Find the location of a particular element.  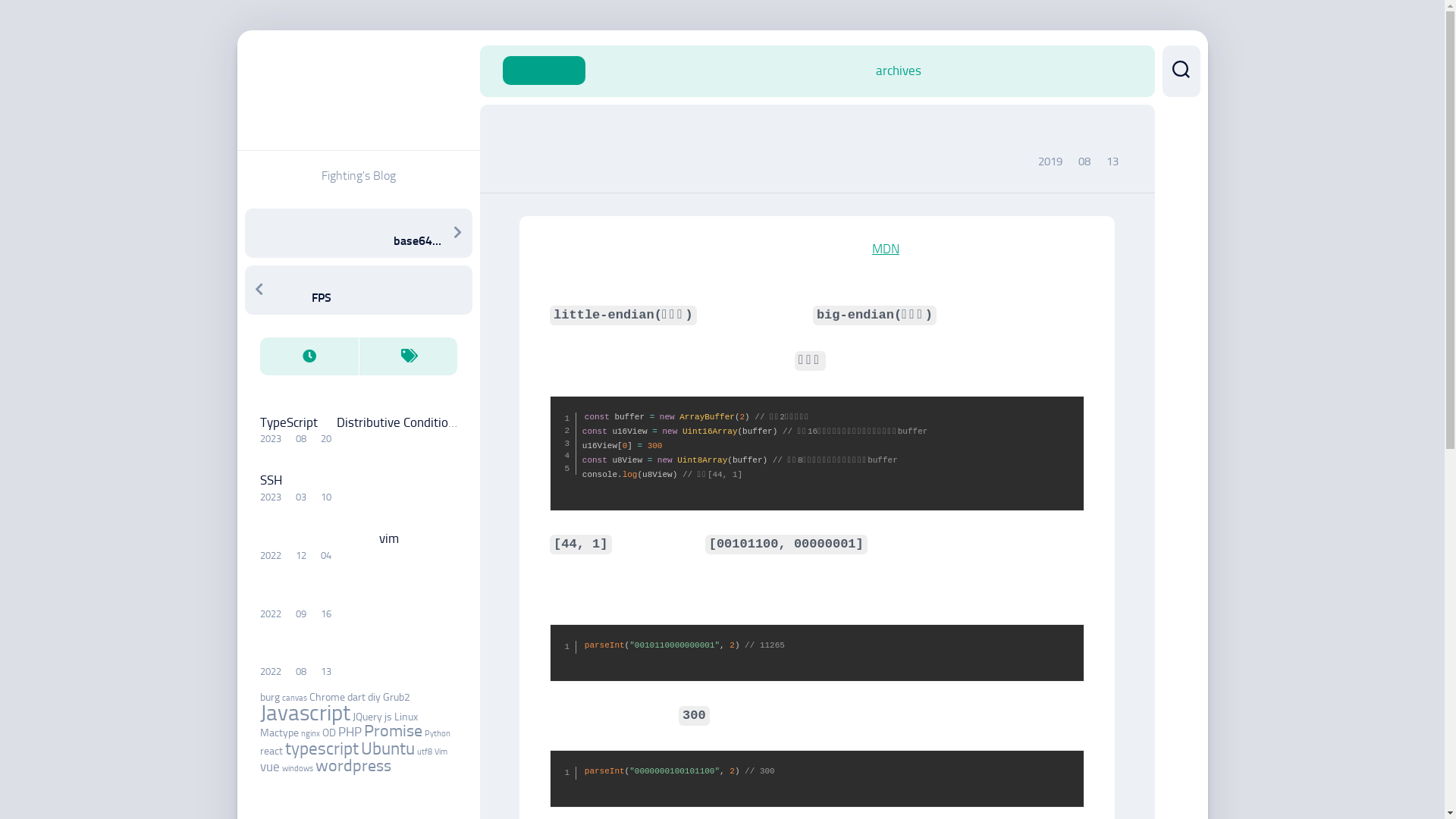

'OD' is located at coordinates (327, 732).